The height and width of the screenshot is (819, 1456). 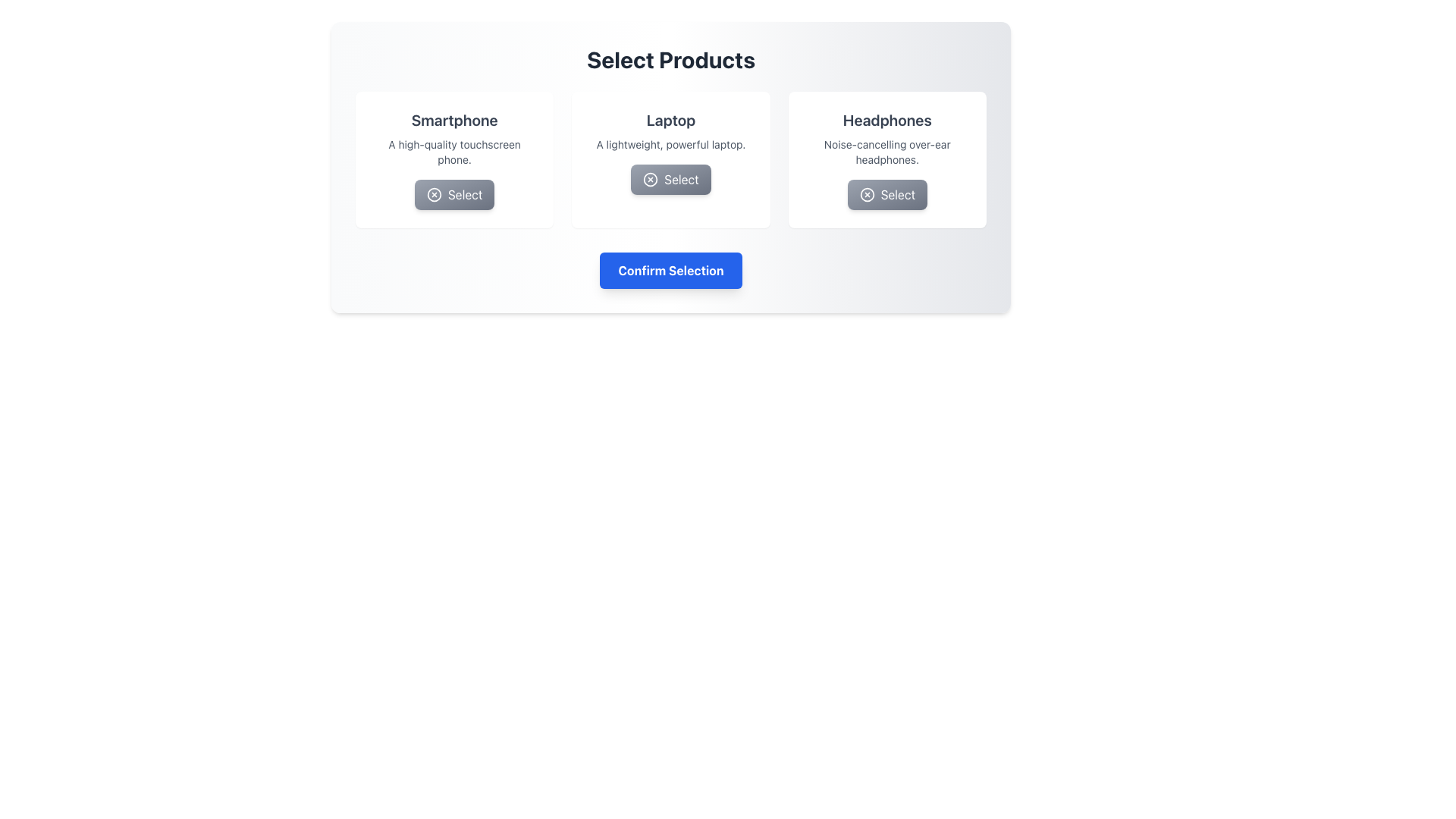 I want to click on the rectangular blue button with rounded corners and white bold text that reads 'Confirm Selection' to change its background color, so click(x=670, y=270).